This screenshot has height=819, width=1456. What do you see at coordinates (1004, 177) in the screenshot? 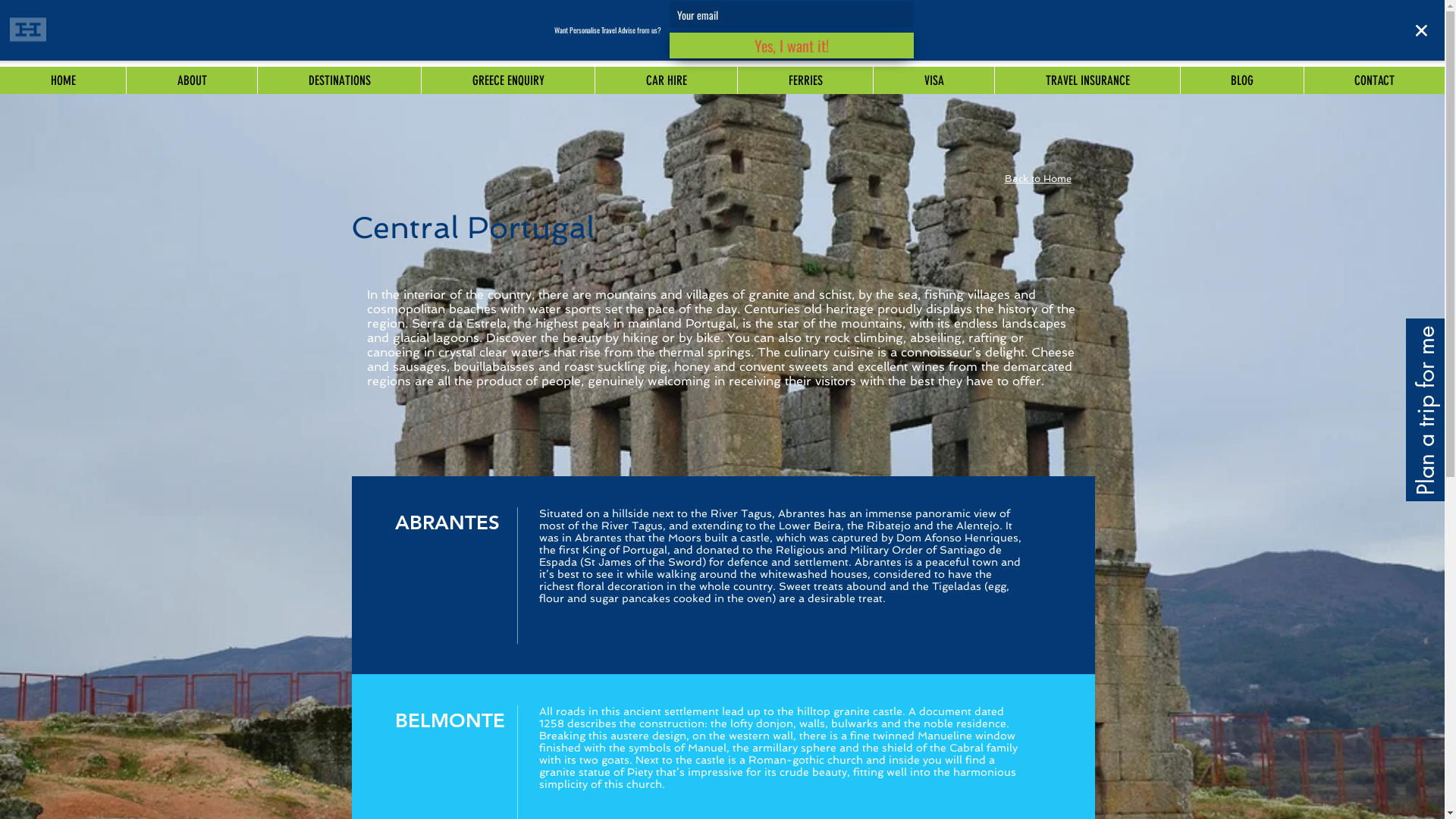
I see `'Back to Home'` at bounding box center [1004, 177].